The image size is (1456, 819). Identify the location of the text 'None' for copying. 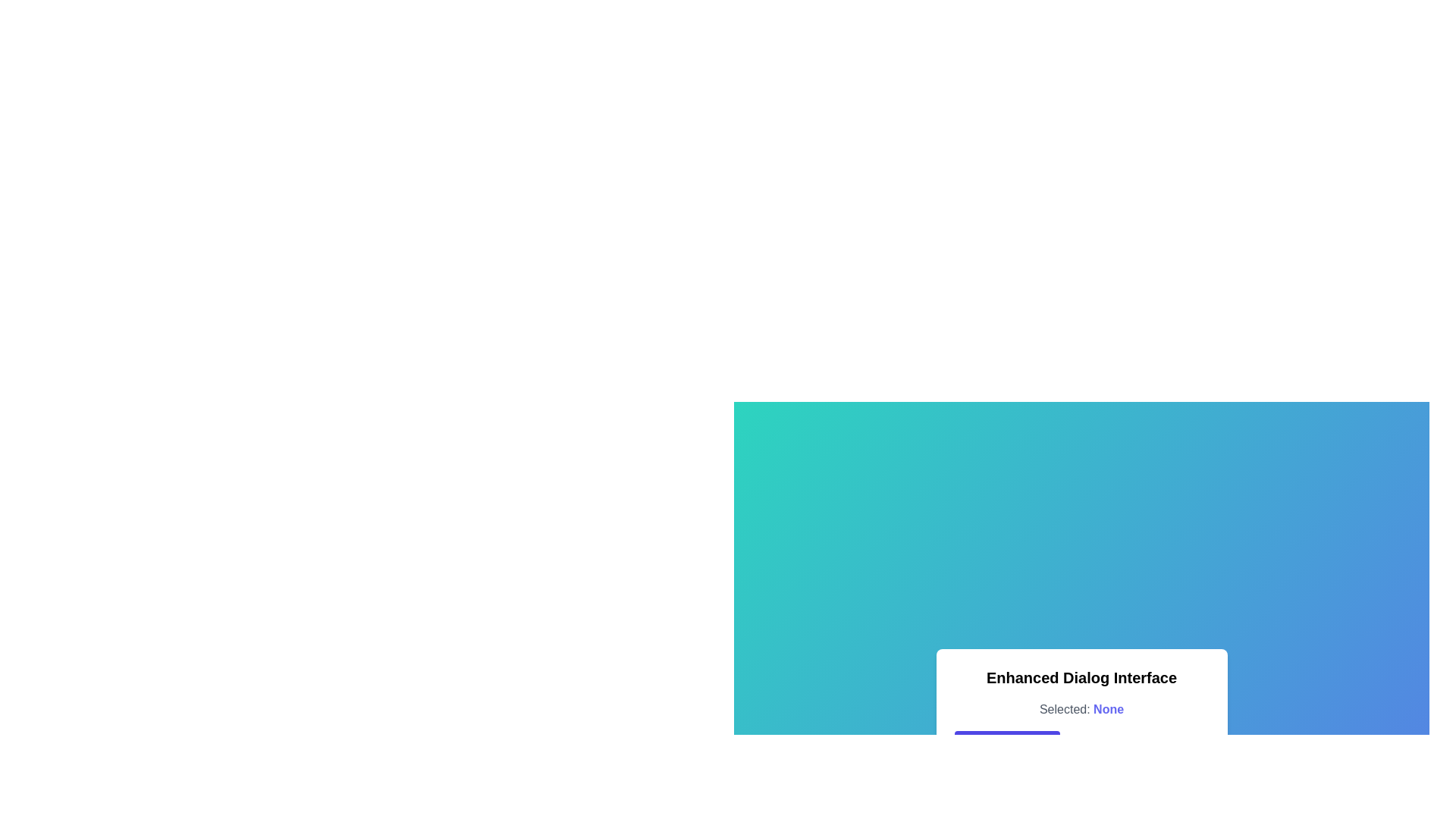
(1109, 710).